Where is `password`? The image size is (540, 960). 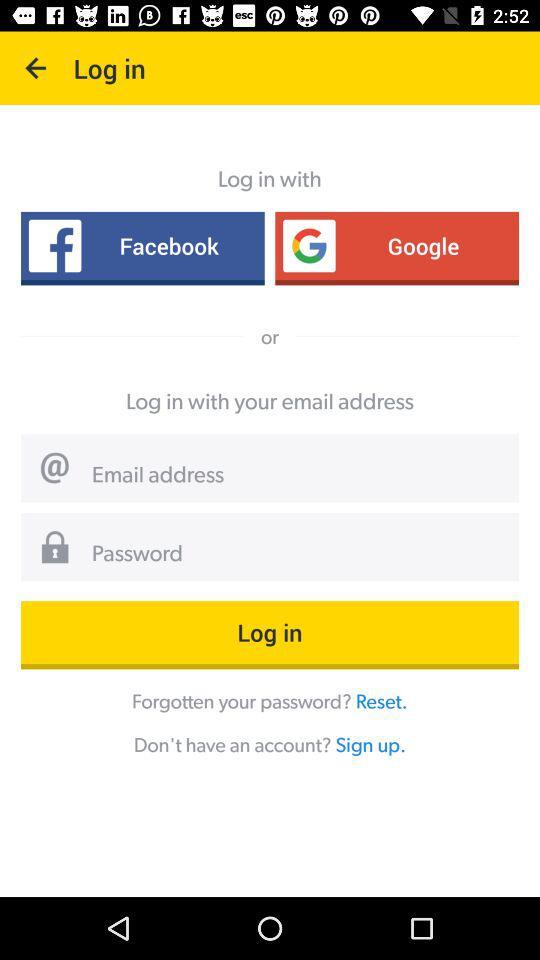 password is located at coordinates (297, 554).